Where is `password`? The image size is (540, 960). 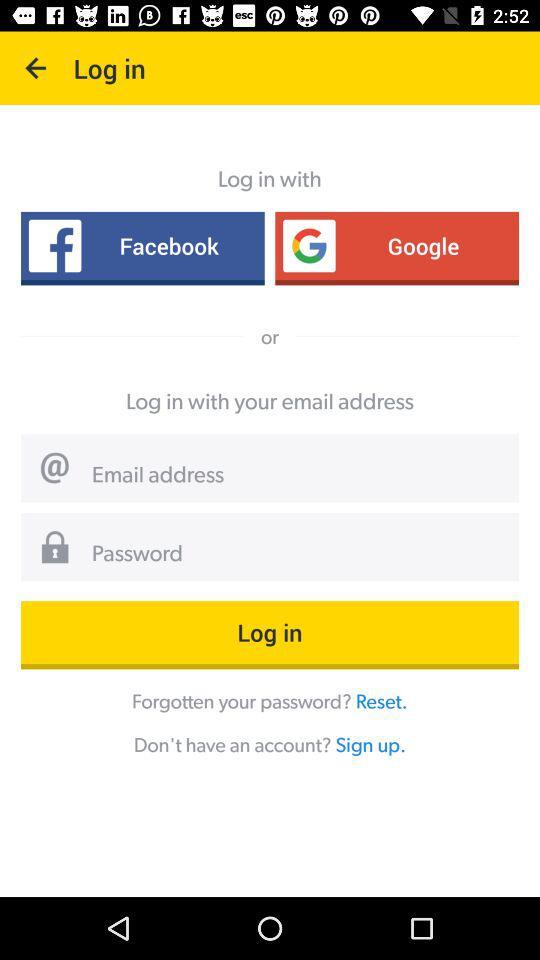 password is located at coordinates (297, 554).